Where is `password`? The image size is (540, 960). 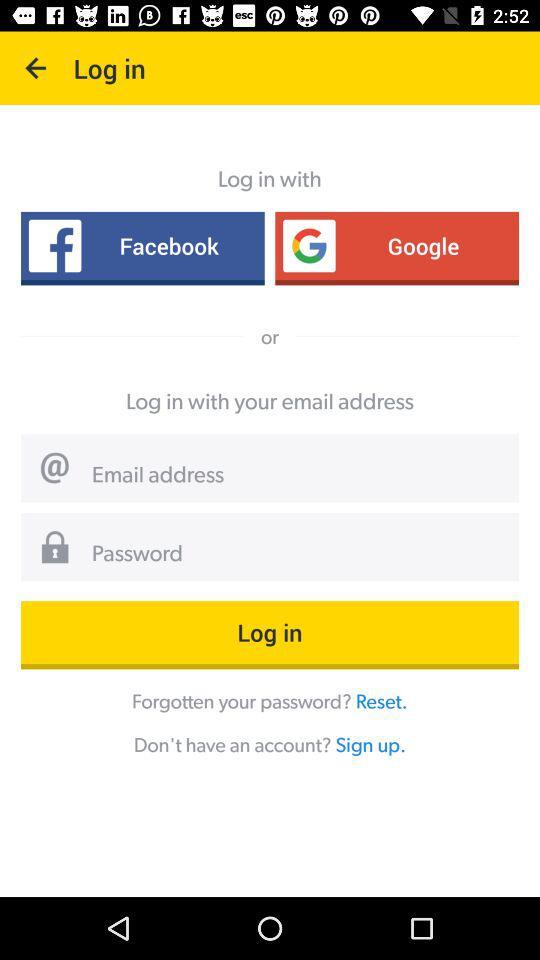 password is located at coordinates (297, 554).